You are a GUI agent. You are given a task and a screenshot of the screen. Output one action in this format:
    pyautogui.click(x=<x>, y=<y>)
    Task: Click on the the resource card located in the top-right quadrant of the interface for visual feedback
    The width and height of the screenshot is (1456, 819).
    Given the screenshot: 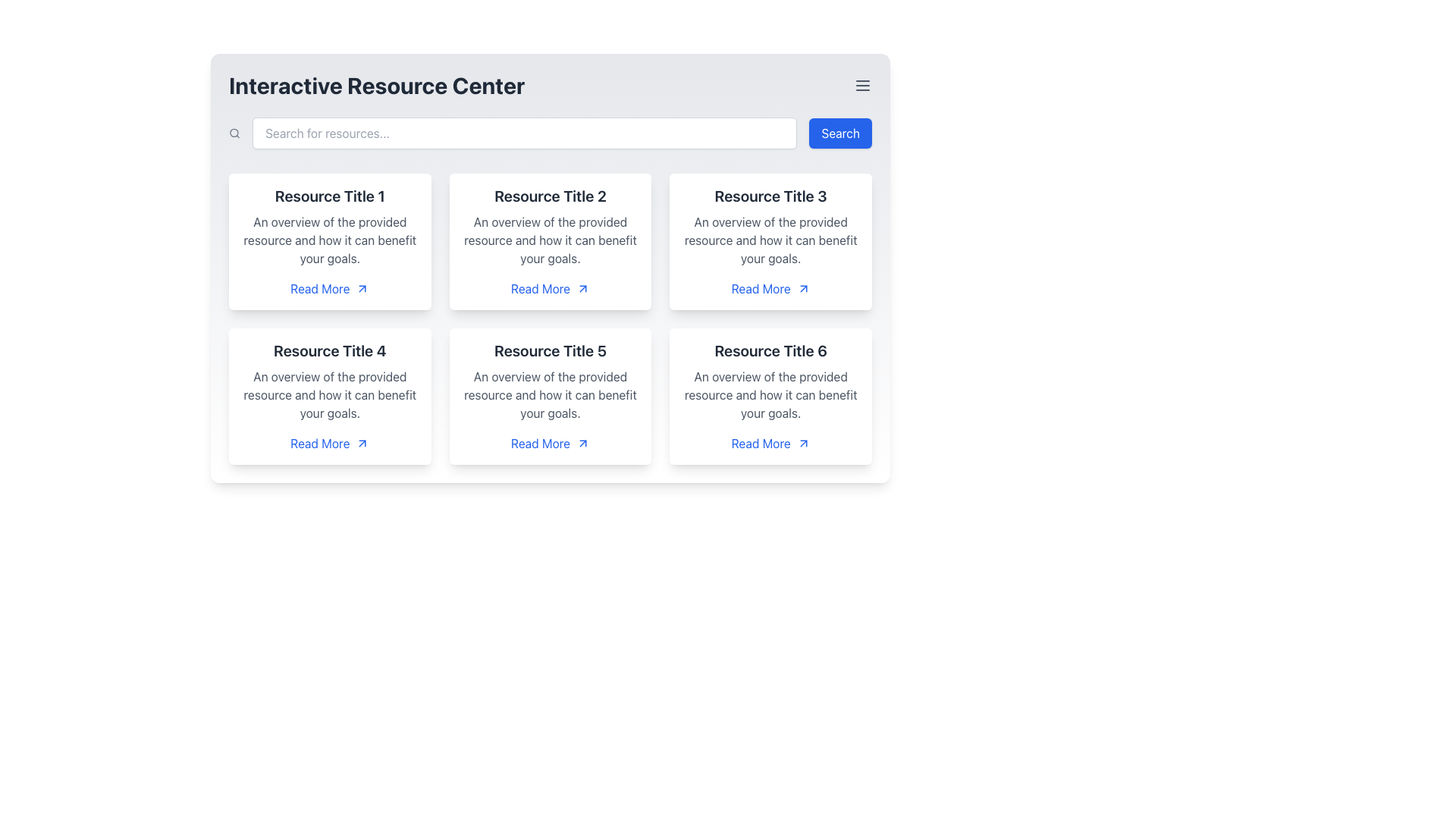 What is the action you would take?
    pyautogui.click(x=549, y=241)
    